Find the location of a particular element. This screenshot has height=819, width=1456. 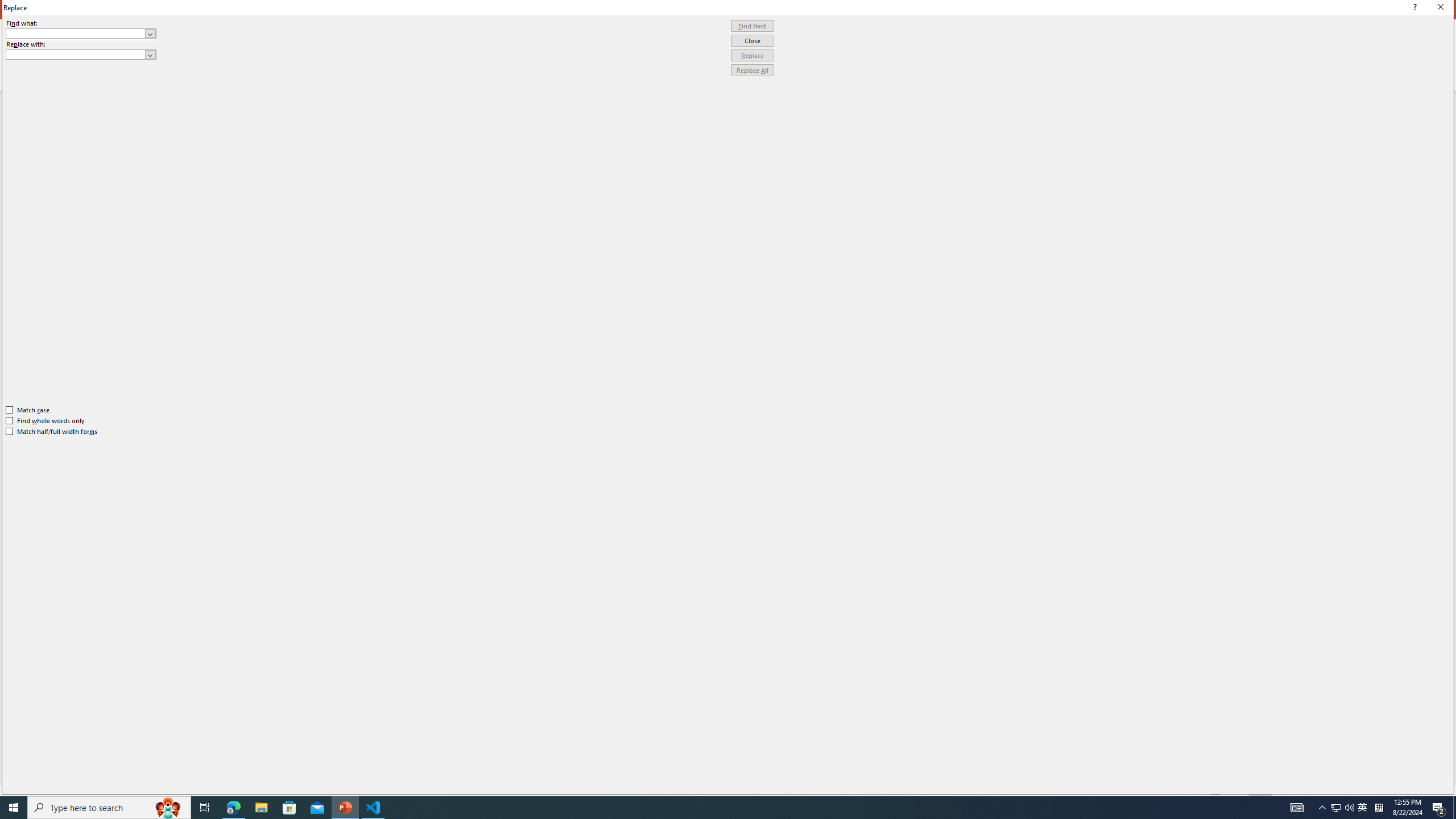

'Replace All' is located at coordinates (752, 69).